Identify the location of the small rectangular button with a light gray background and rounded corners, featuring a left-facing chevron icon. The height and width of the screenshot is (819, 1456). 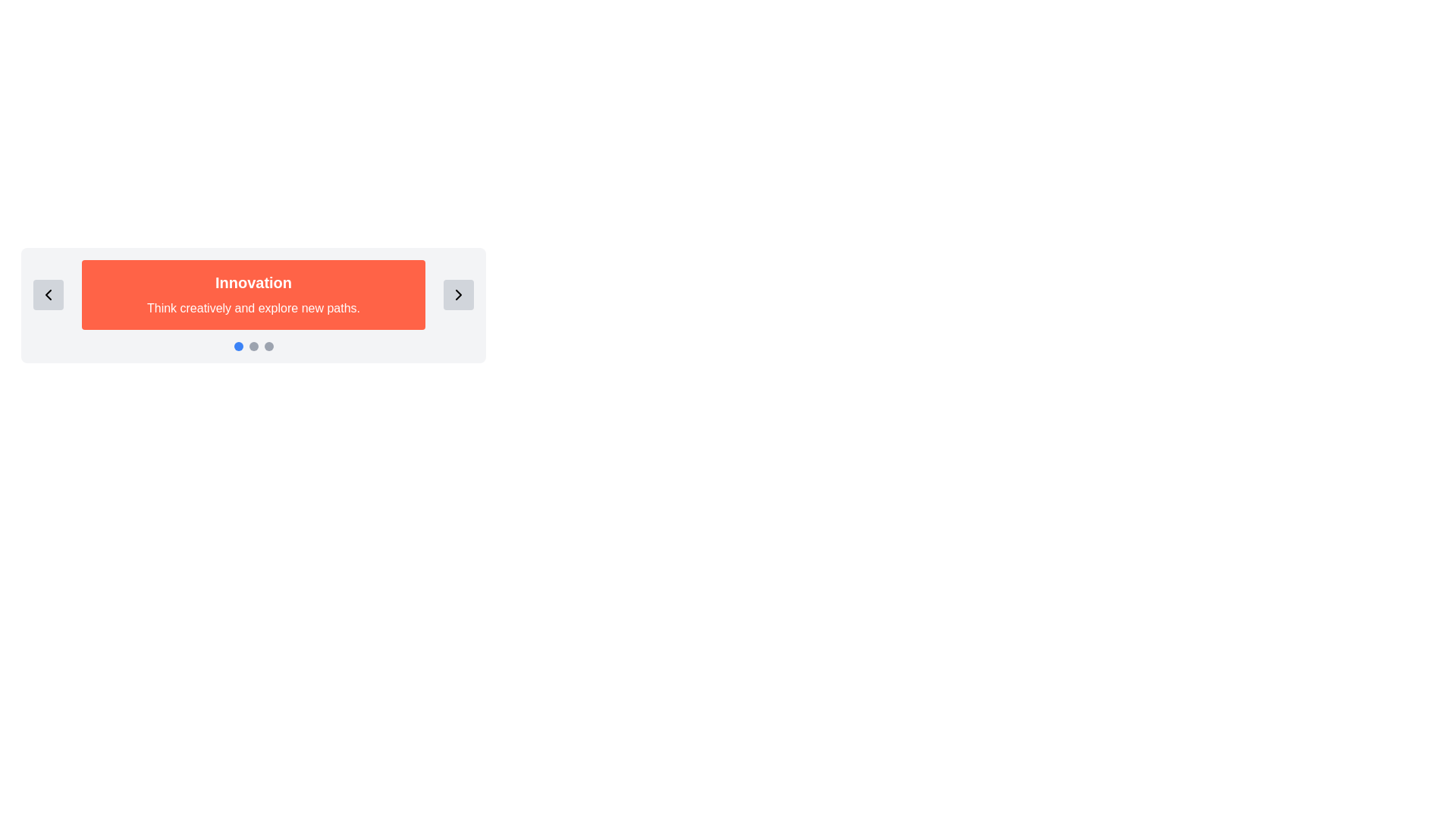
(48, 295).